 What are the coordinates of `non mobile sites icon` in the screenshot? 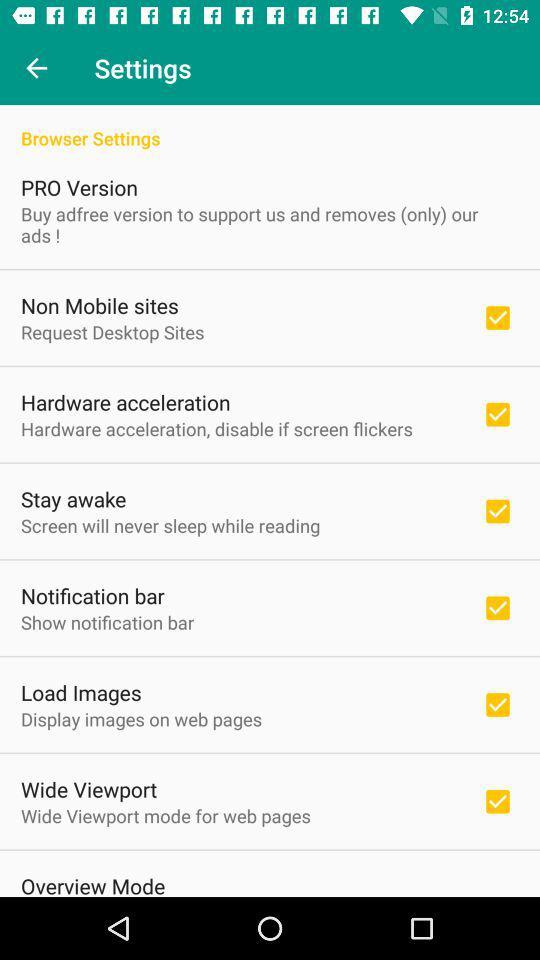 It's located at (98, 305).